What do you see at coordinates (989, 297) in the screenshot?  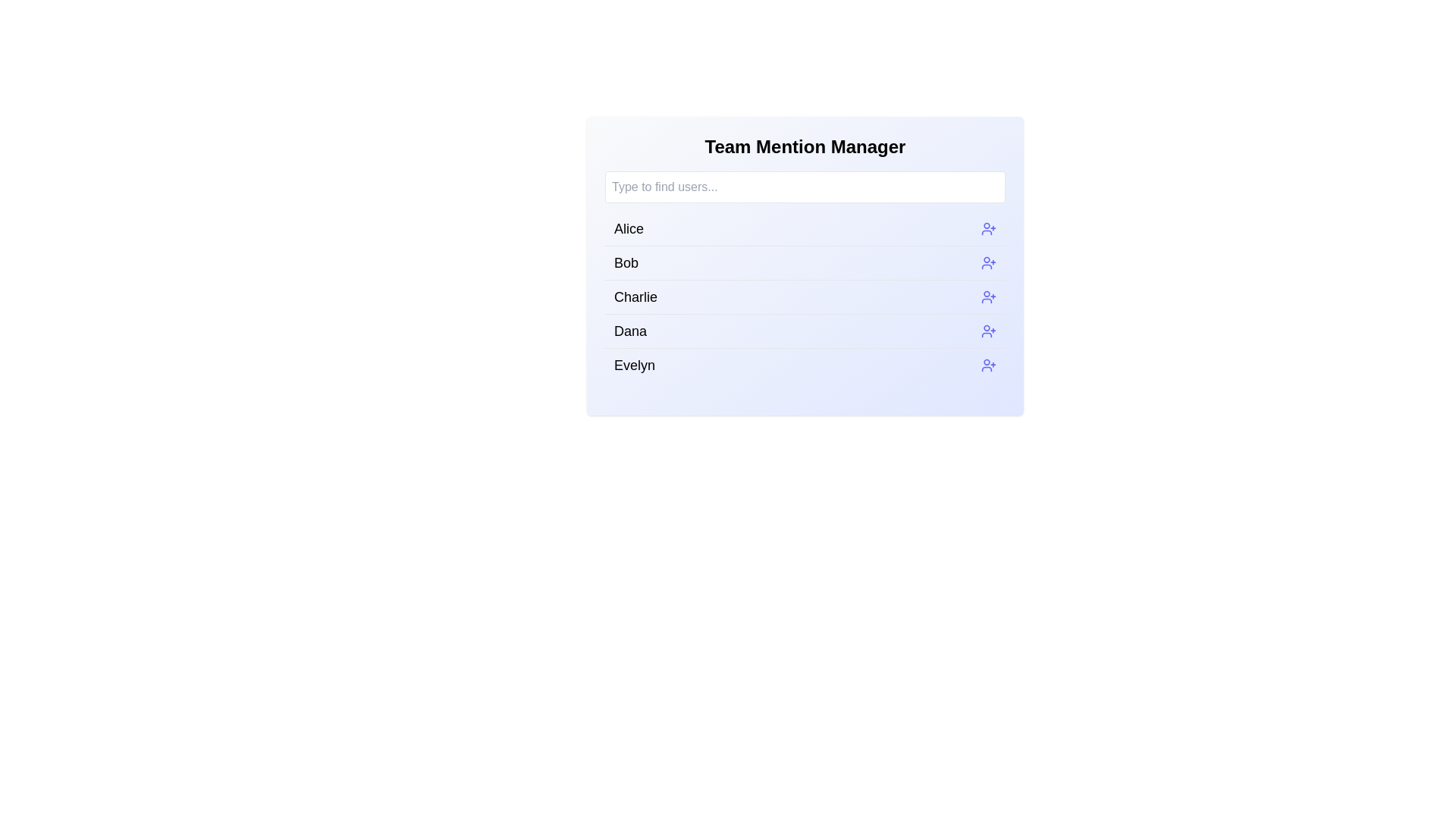 I see `the button located at the far right end of the row corresponding to 'Charlie'` at bounding box center [989, 297].